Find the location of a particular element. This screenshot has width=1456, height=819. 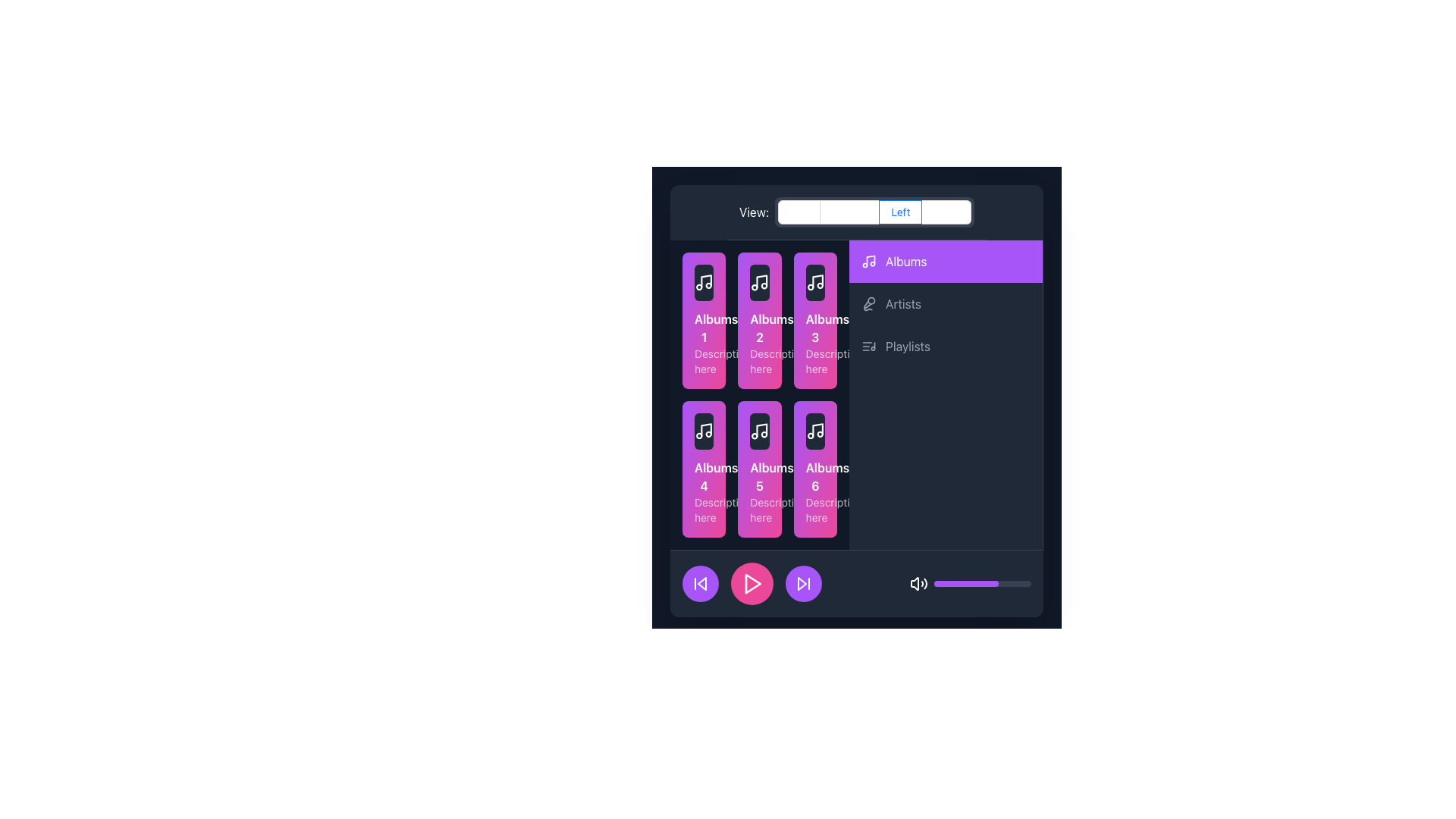

the circular purple skip-backward button located is located at coordinates (700, 583).